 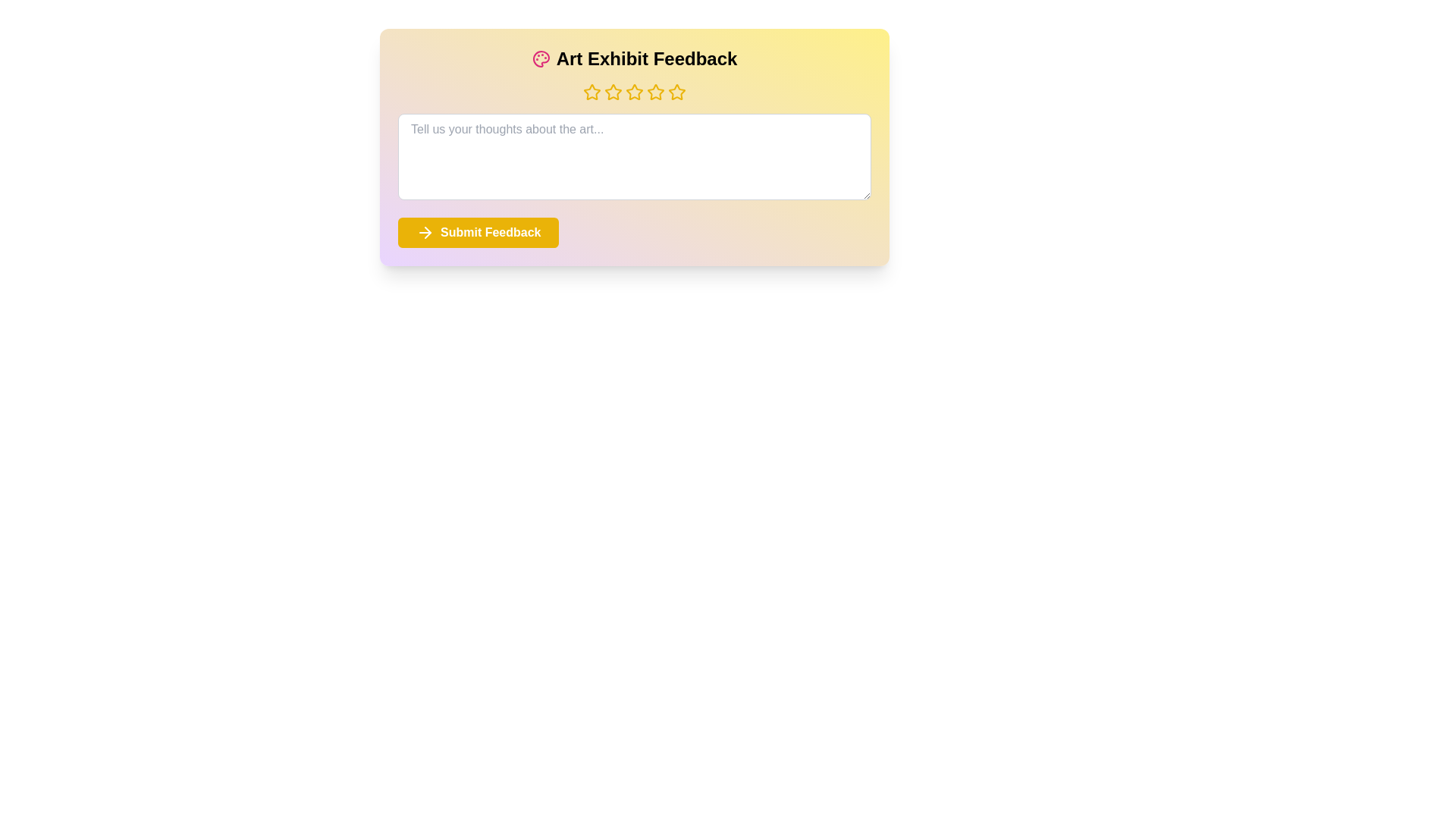 What do you see at coordinates (676, 93) in the screenshot?
I see `the star rating to 5 stars by clicking on the corresponding star` at bounding box center [676, 93].